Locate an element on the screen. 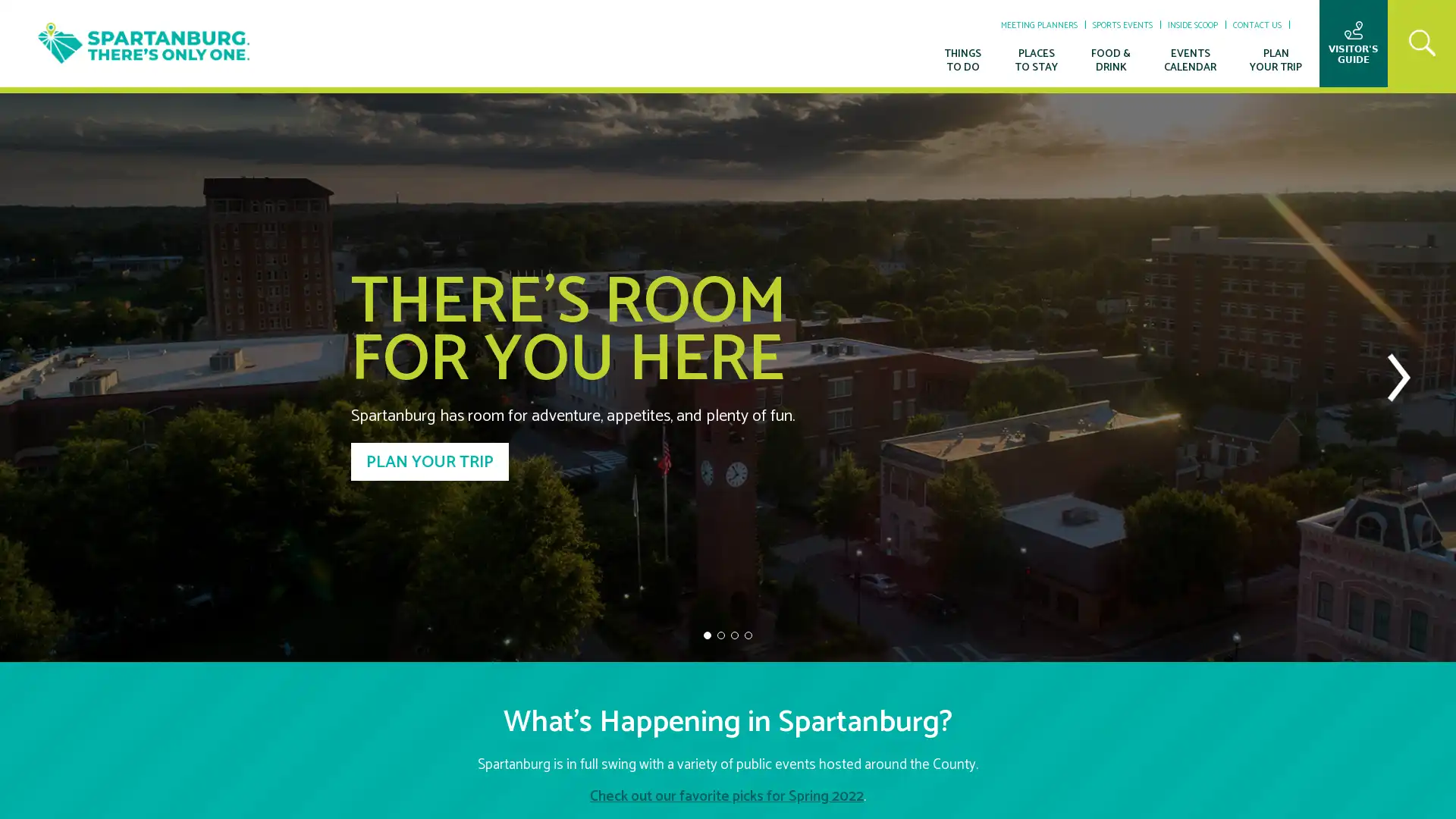  Next is located at coordinates (1398, 376).